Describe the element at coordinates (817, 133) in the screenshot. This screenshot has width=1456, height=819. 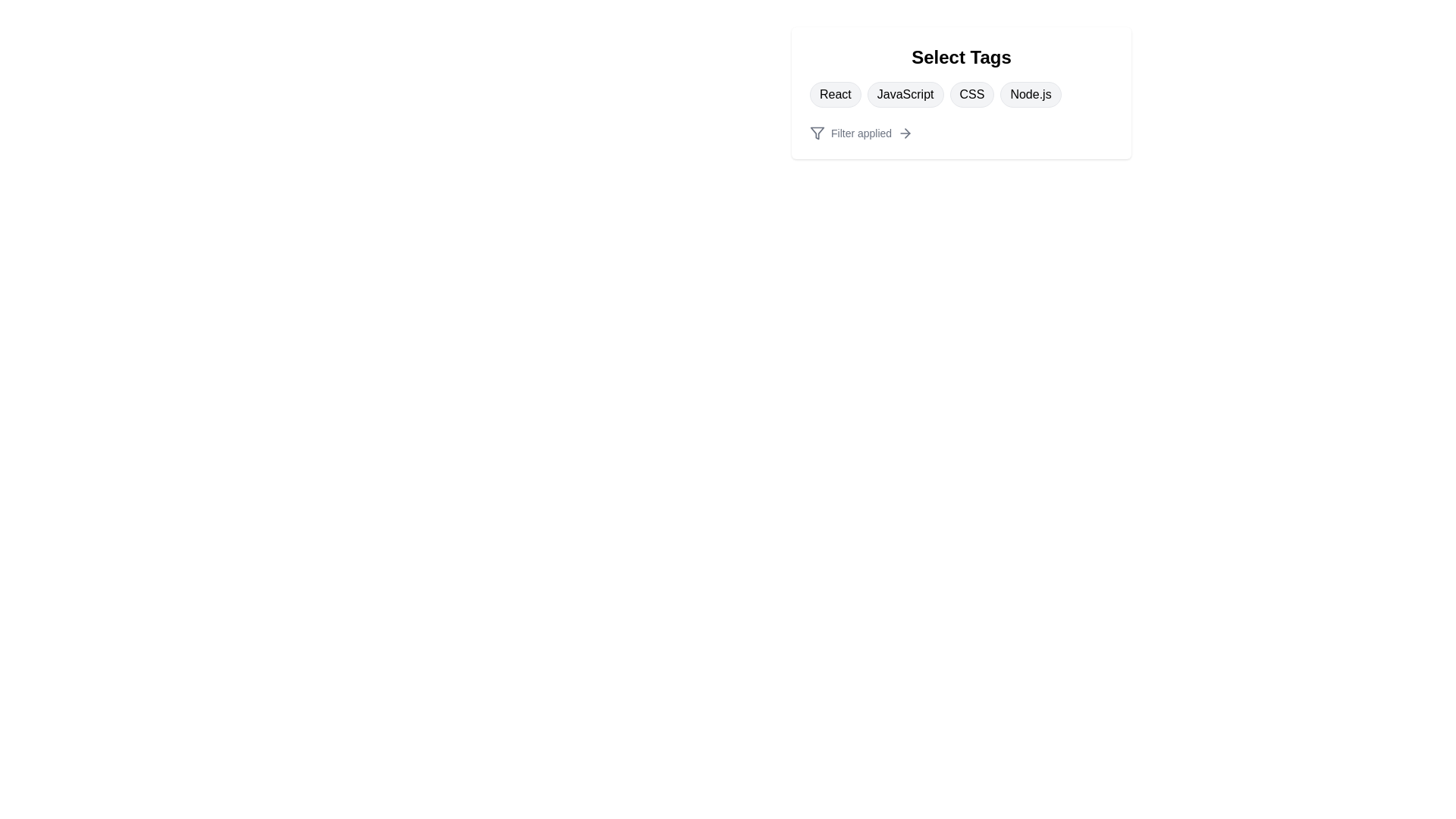
I see `the triangular-shaped filter icon with sharp edges located in the 'Select Tags' section at the top-right of the interface` at that location.